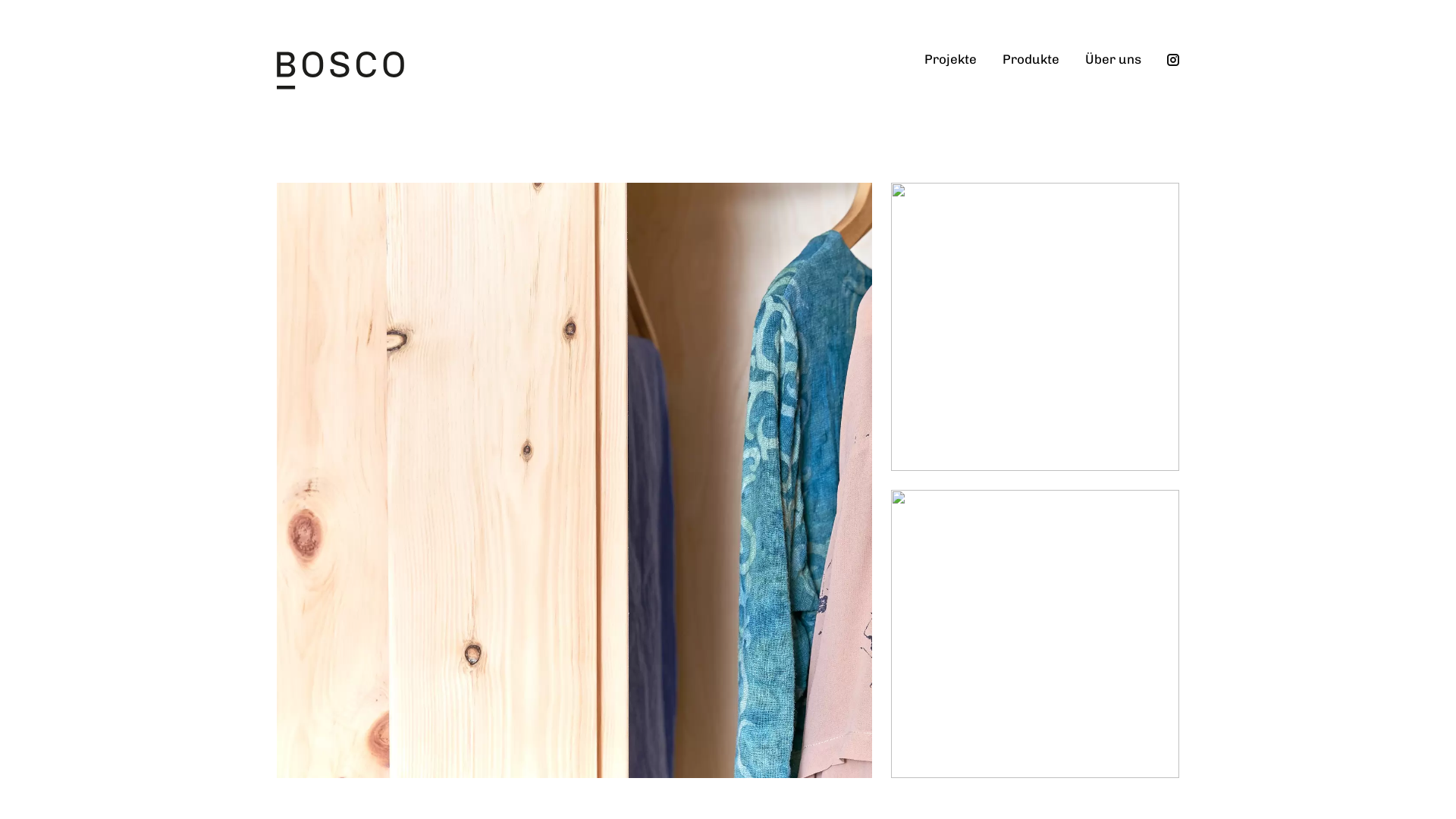 The image size is (1456, 819). What do you see at coordinates (910, 72) in the screenshot?
I see `'Projekte'` at bounding box center [910, 72].